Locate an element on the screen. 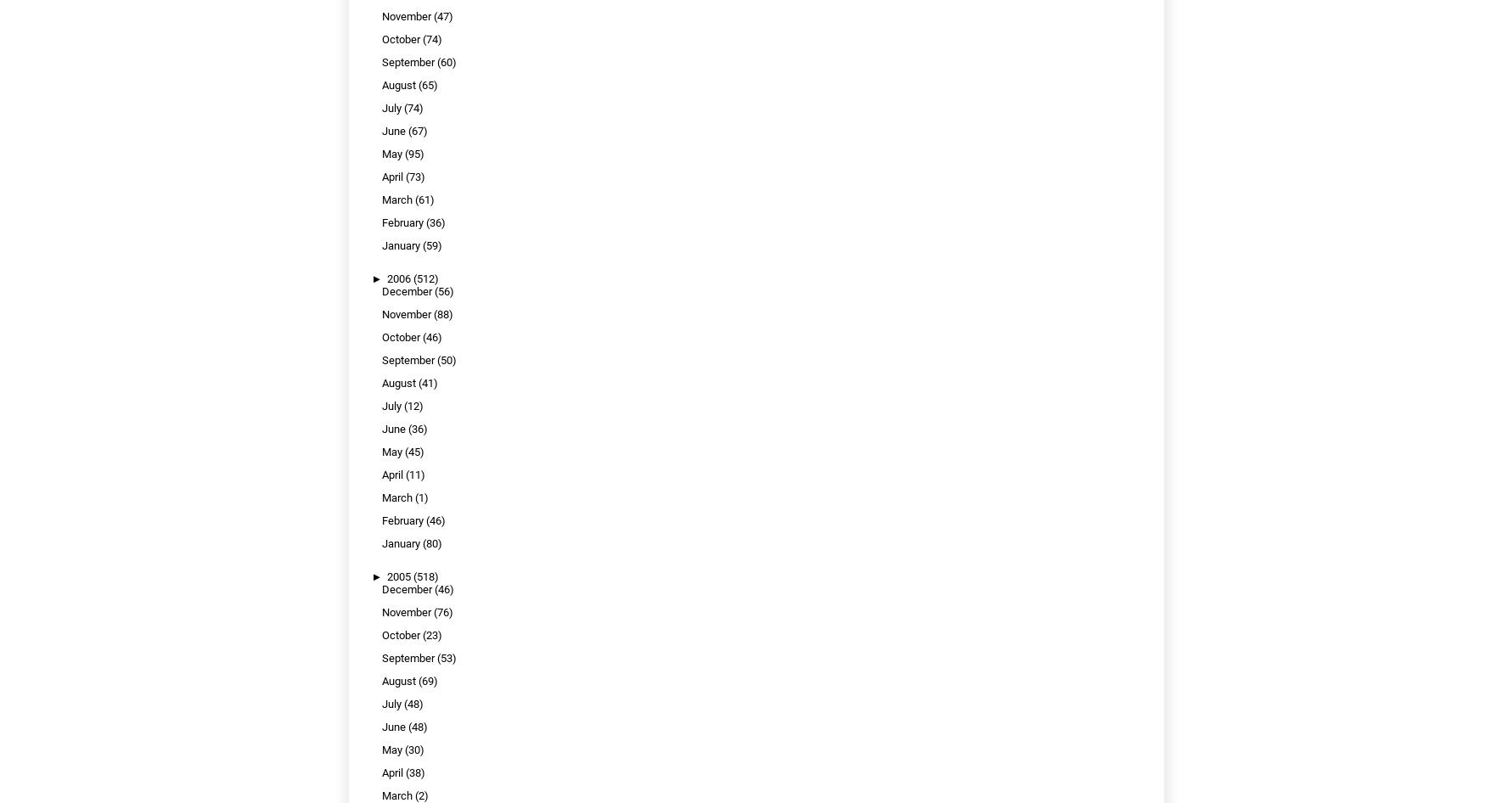  '(59)' is located at coordinates (431, 244).